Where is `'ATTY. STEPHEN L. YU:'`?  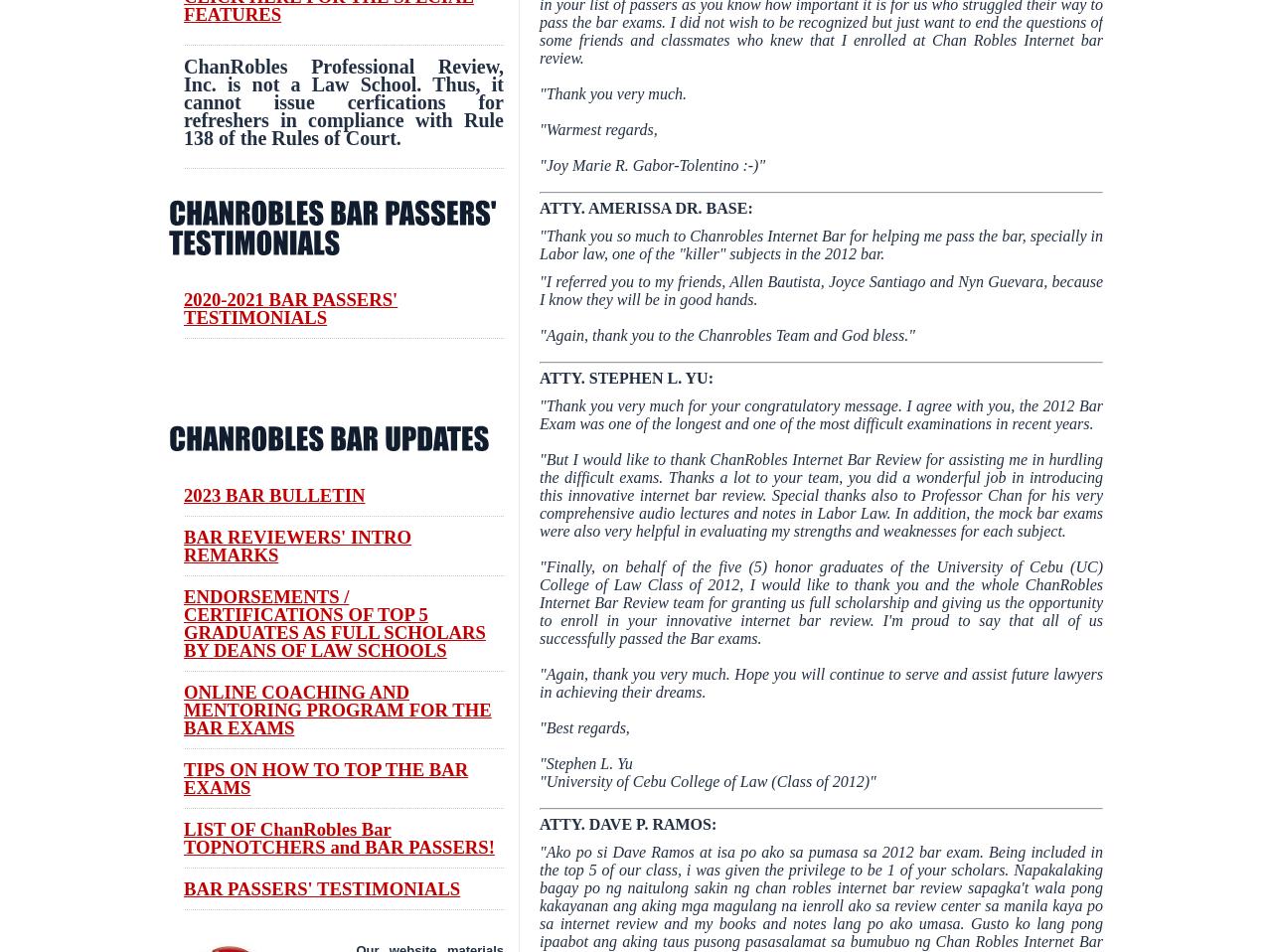 'ATTY. STEPHEN L. YU:' is located at coordinates (625, 377).